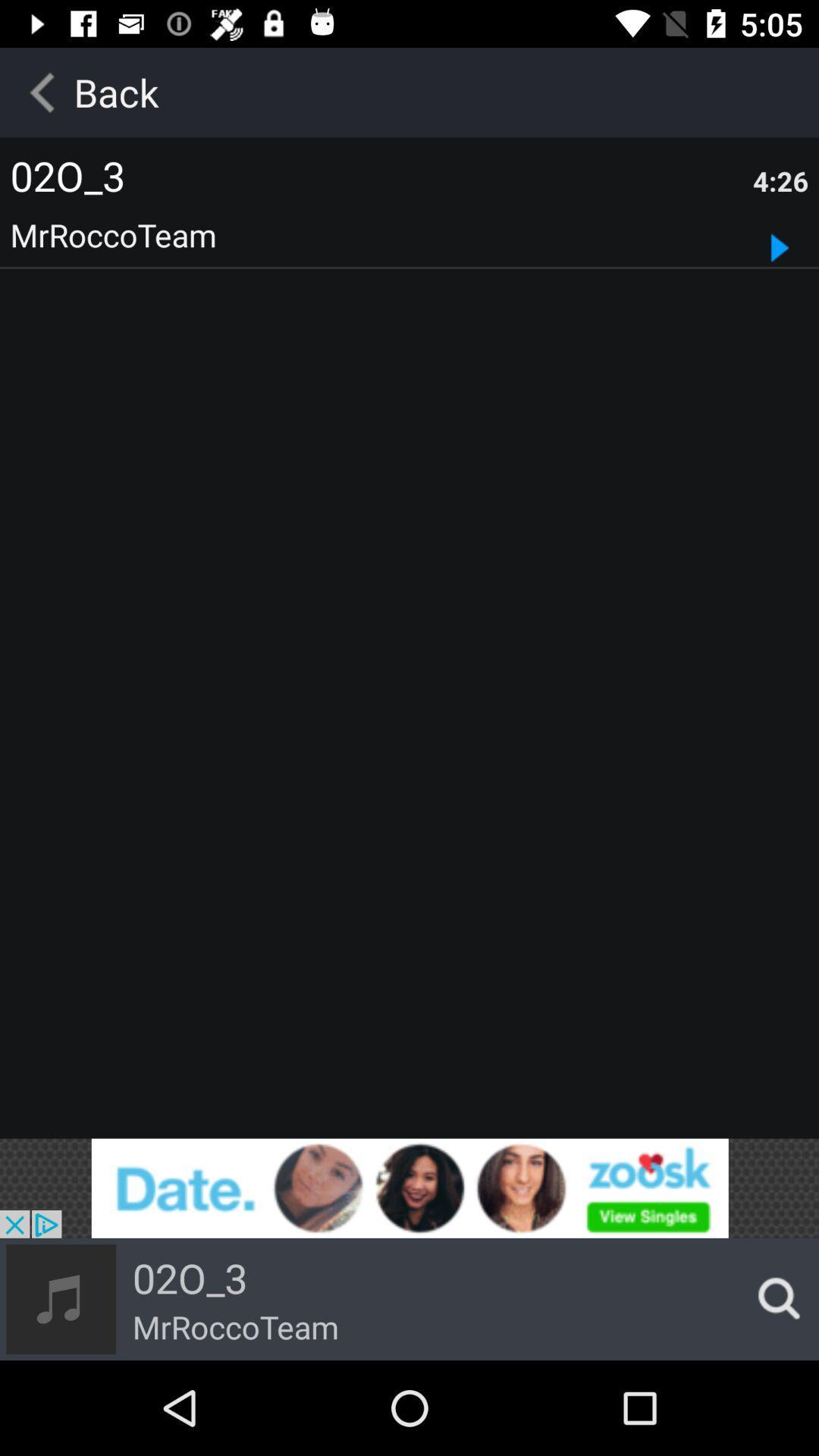 Image resolution: width=819 pixels, height=1456 pixels. Describe the element at coordinates (774, 1298) in the screenshot. I see `make a search` at that location.